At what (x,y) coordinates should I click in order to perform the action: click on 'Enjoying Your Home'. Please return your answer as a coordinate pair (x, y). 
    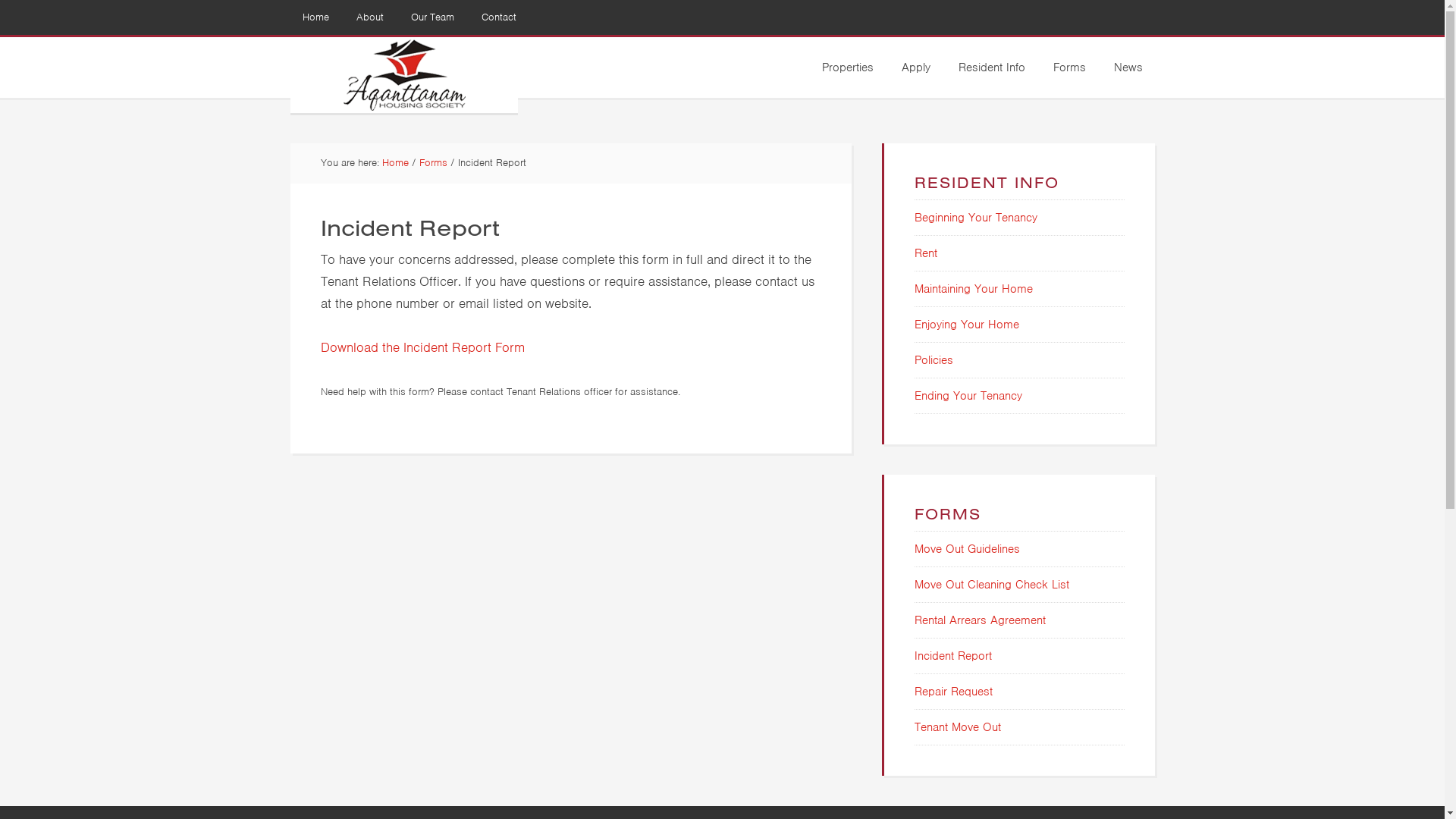
    Looking at the image, I should click on (913, 324).